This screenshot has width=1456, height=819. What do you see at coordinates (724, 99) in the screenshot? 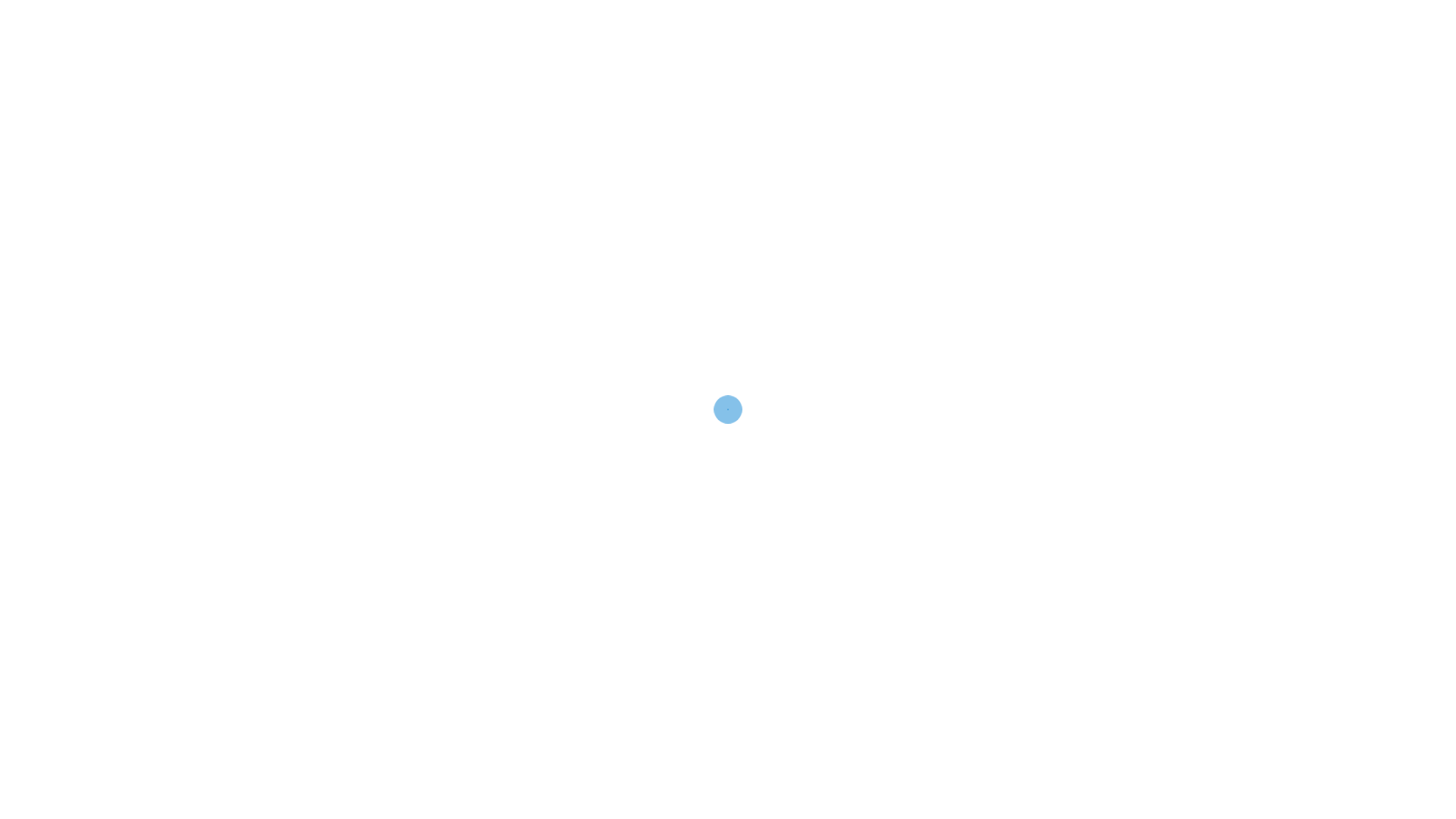
I see `'NEWS'` at bounding box center [724, 99].